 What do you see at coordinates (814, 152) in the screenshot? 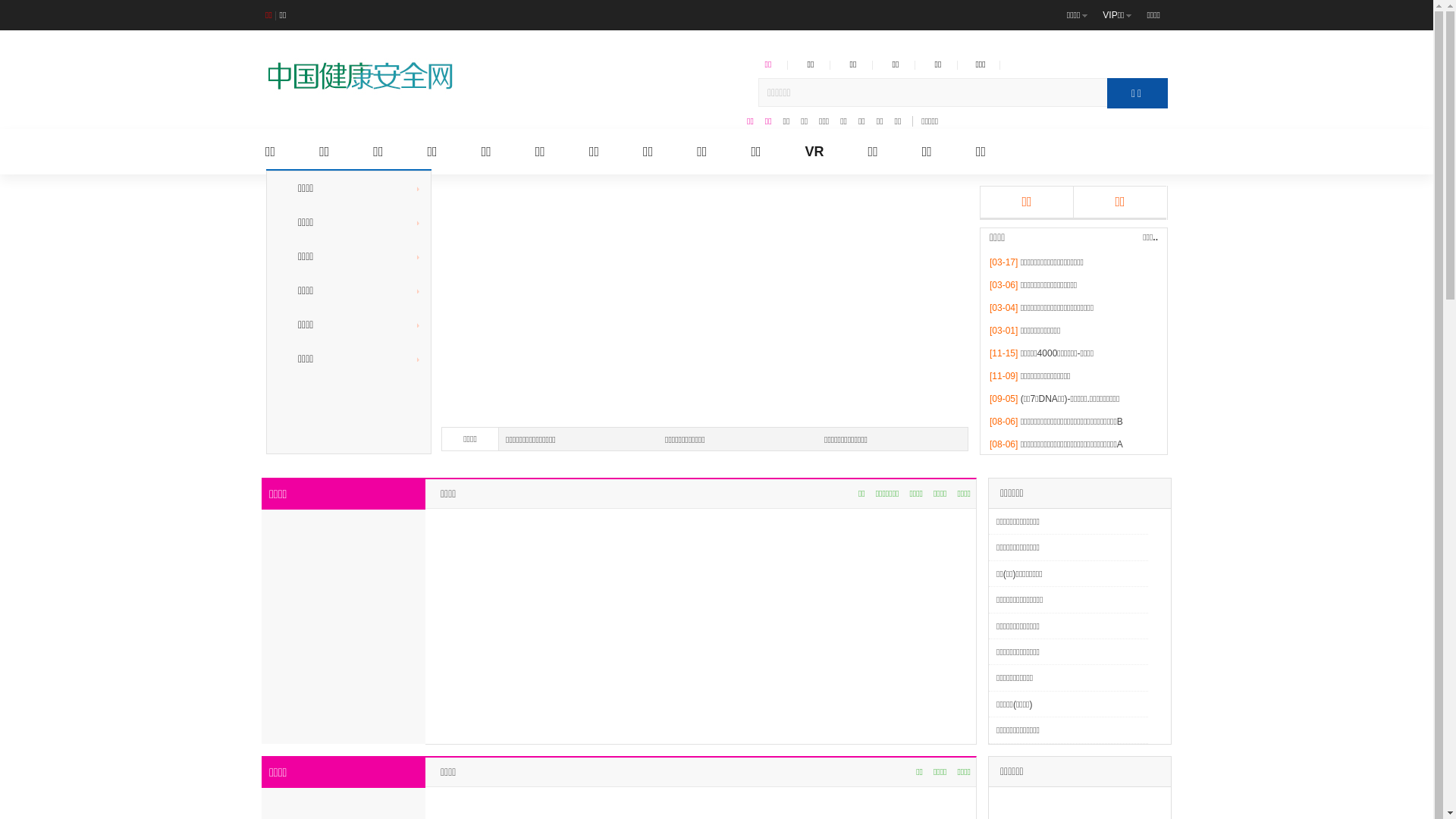
I see `'VR'` at bounding box center [814, 152].